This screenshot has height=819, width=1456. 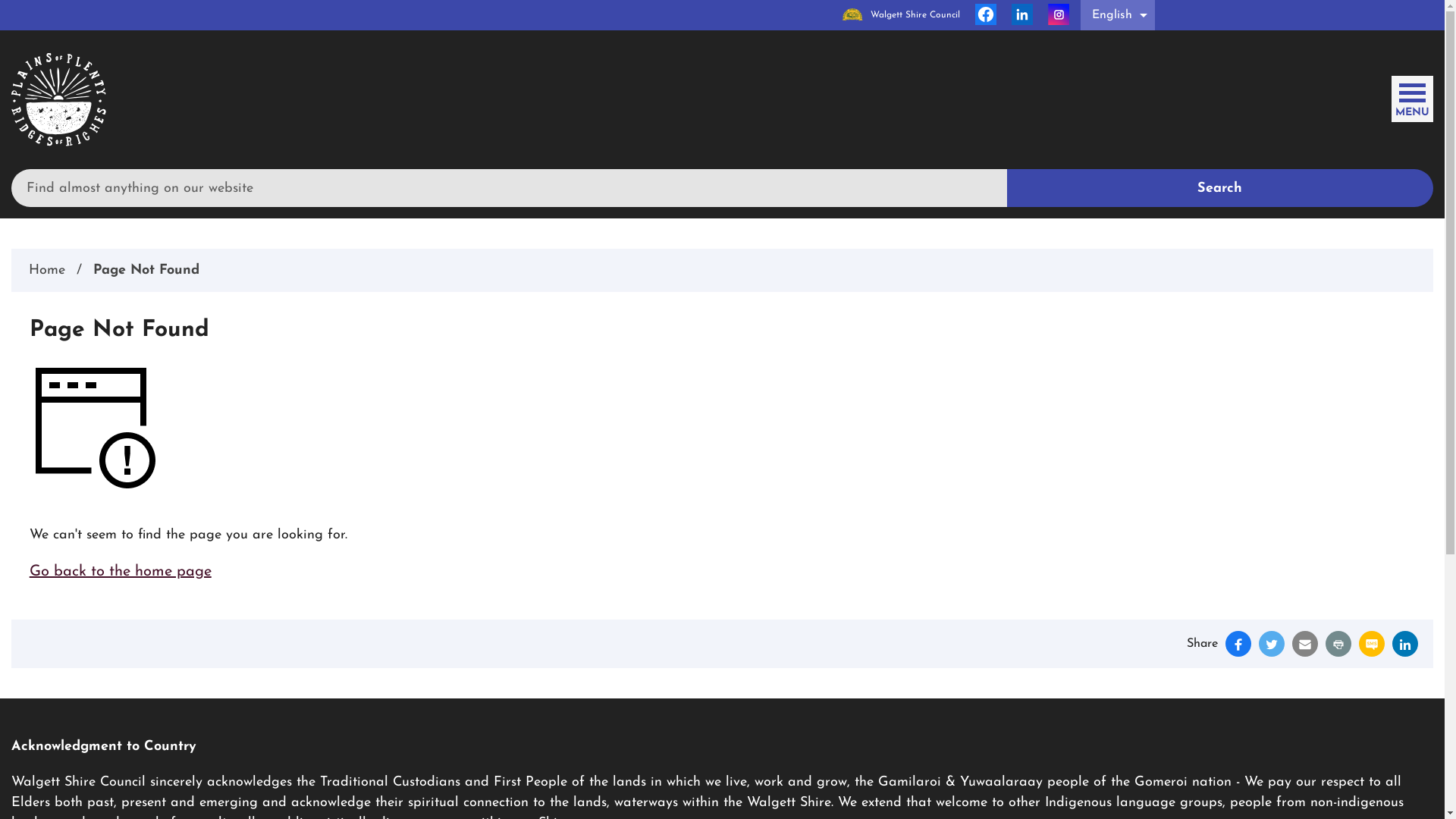 I want to click on 'Print', so click(x=1338, y=643).